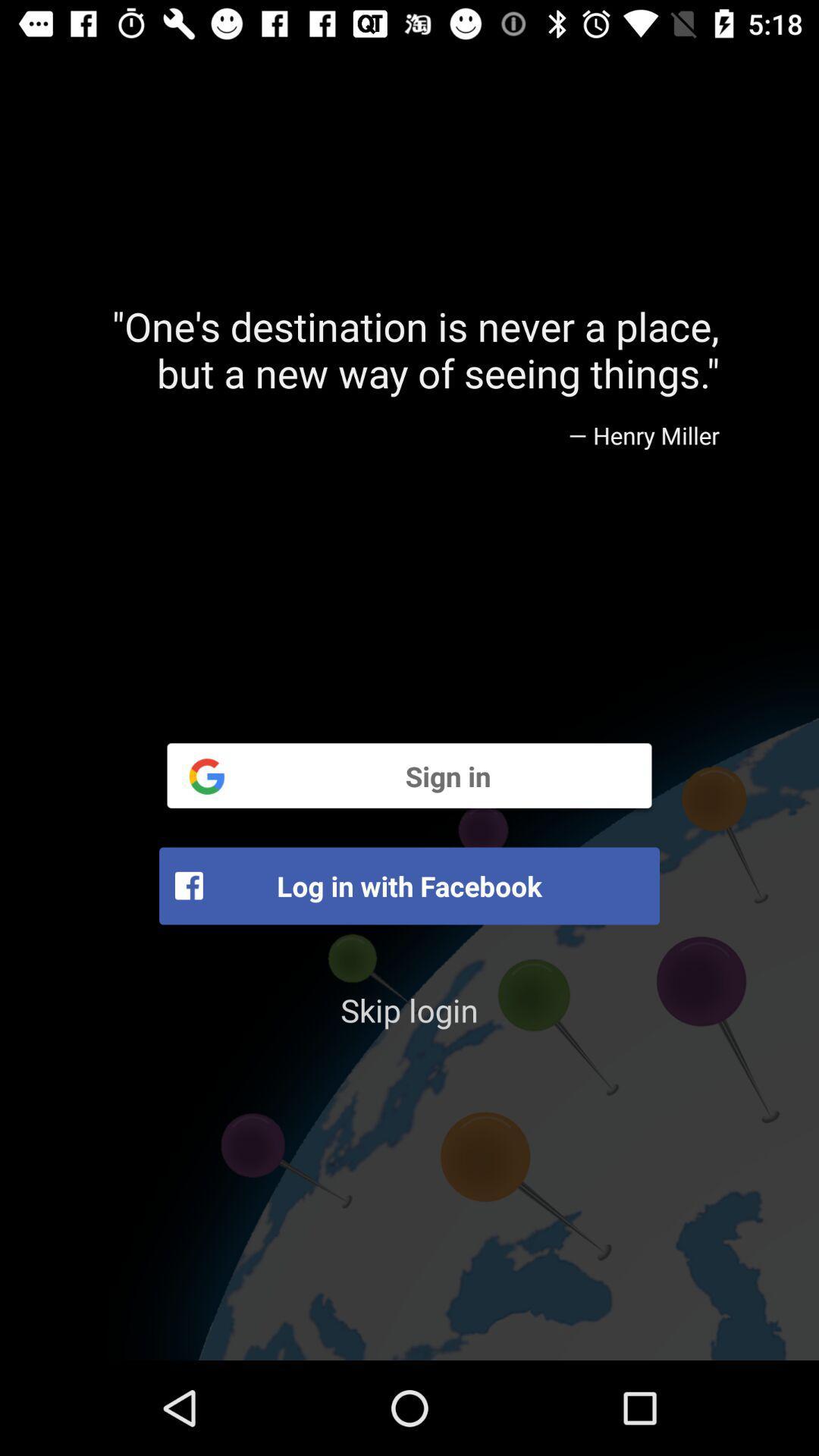 The image size is (819, 1456). Describe the element at coordinates (409, 775) in the screenshot. I see `the icon above the log in with icon` at that location.